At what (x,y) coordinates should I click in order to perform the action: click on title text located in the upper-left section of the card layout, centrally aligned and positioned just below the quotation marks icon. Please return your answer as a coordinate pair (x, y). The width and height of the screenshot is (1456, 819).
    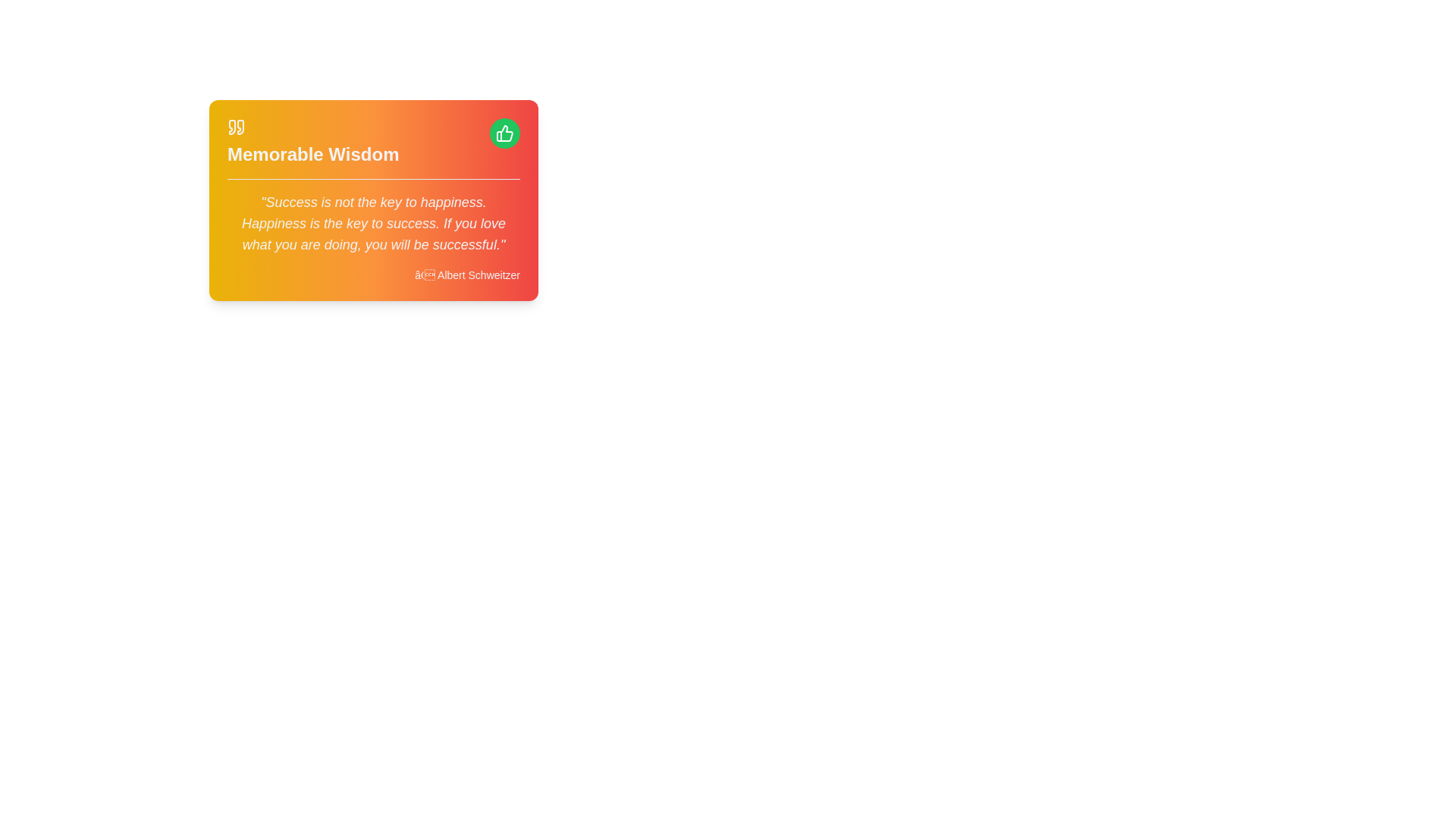
    Looking at the image, I should click on (312, 155).